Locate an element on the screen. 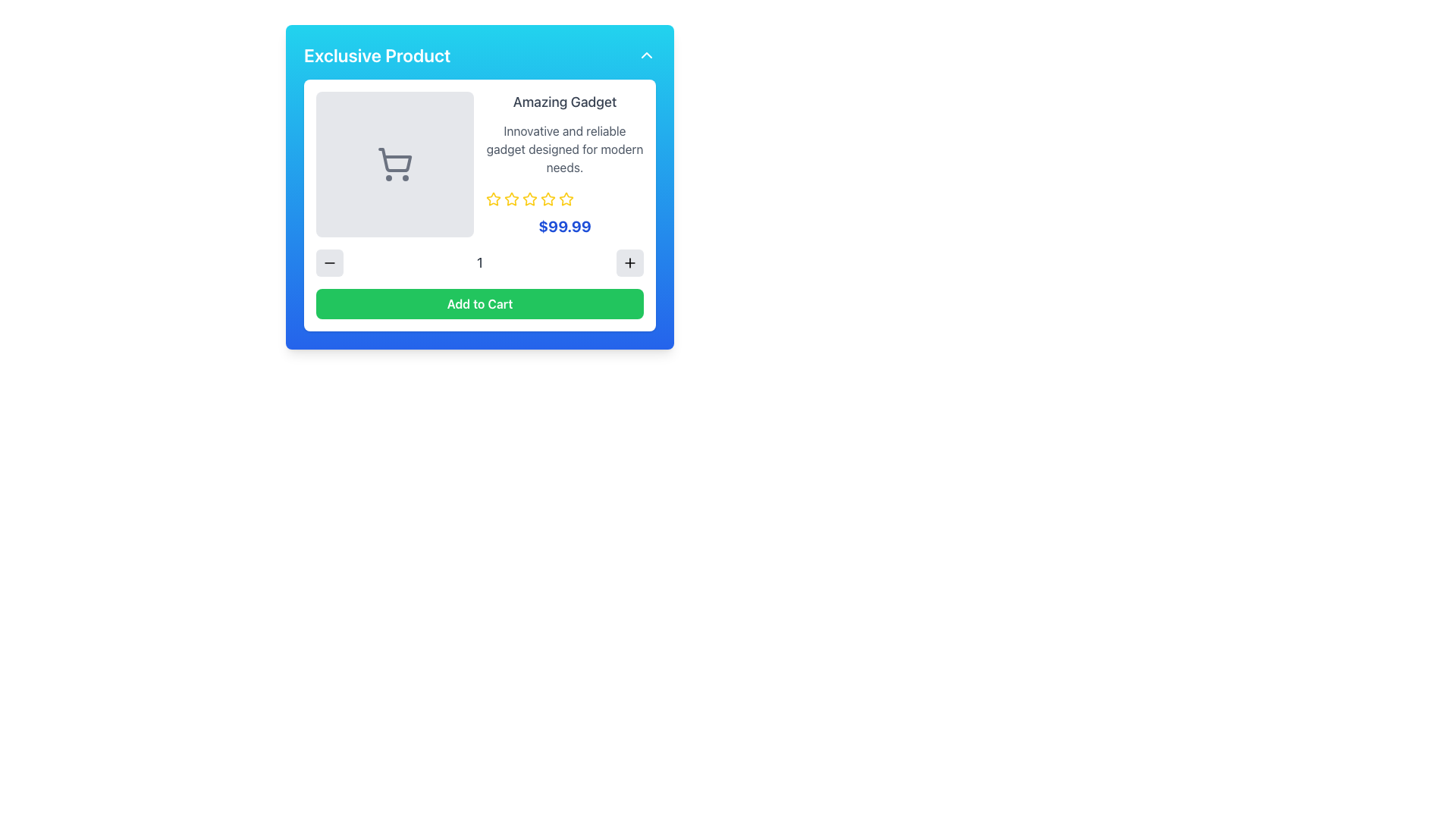 Image resolution: width=1456 pixels, height=819 pixels. the second star icon in the rating interface is located at coordinates (512, 198).